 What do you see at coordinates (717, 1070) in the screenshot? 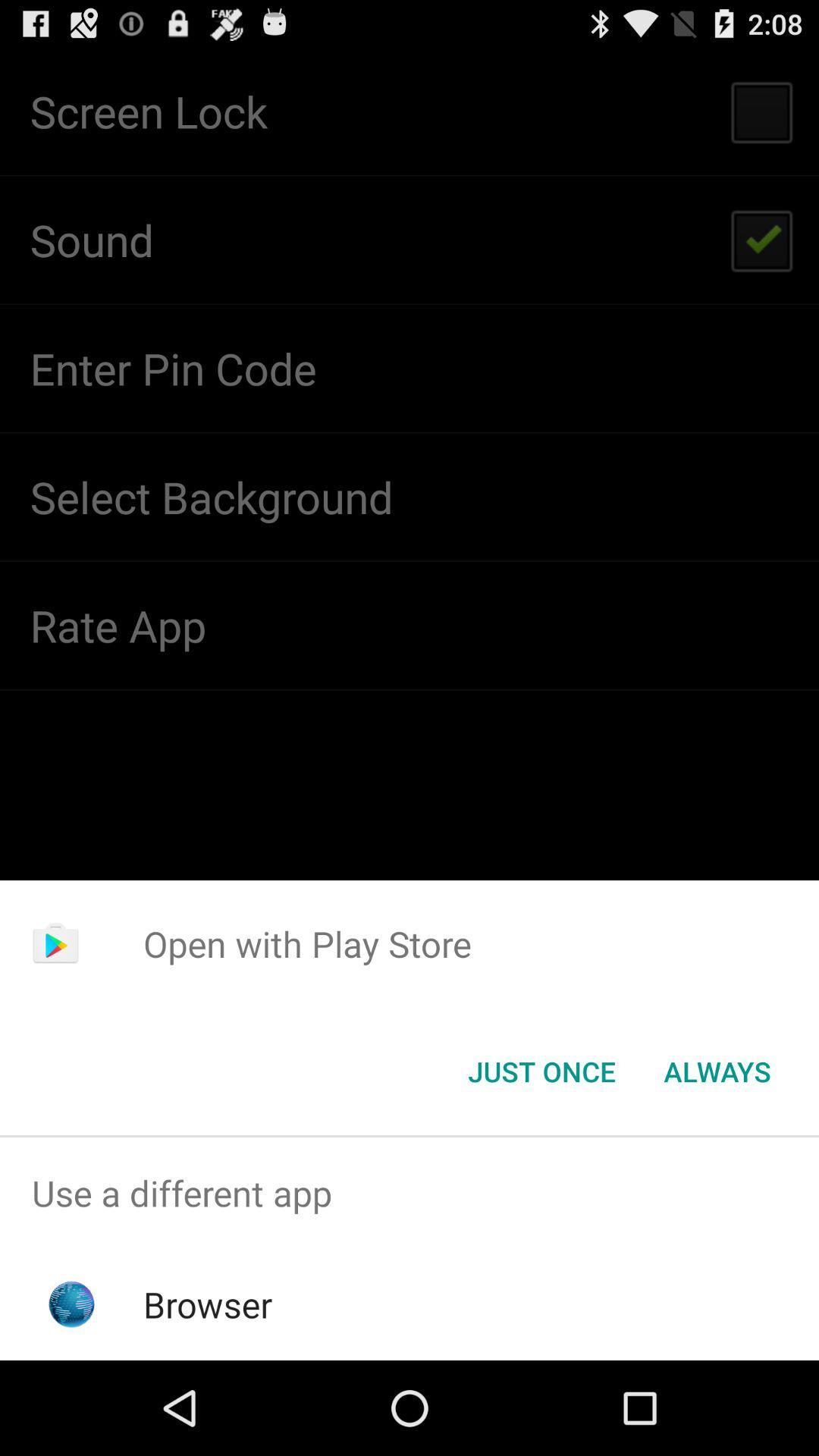
I see `always at the bottom right corner` at bounding box center [717, 1070].